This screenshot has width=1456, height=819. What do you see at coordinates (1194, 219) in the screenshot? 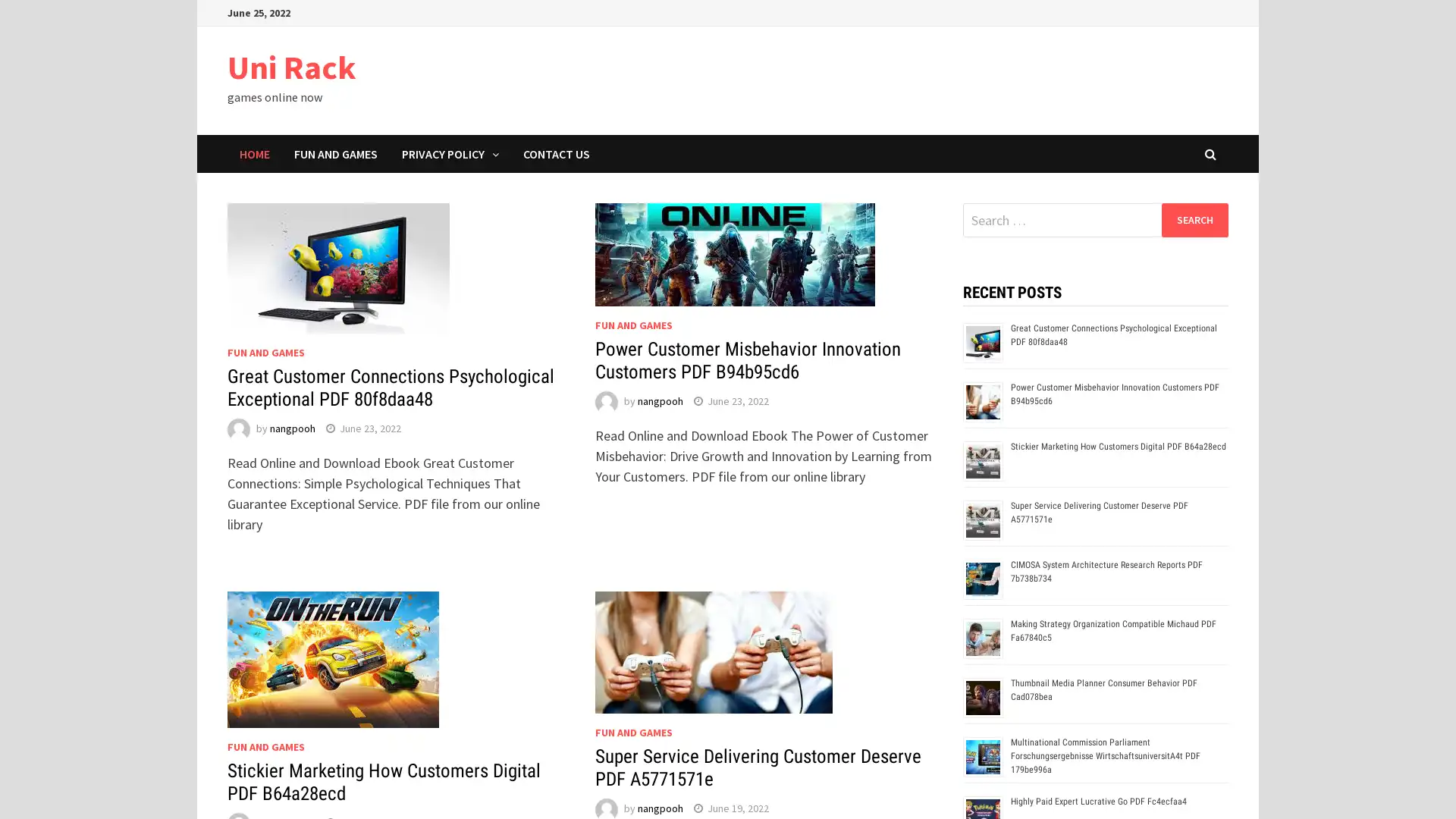
I see `Search` at bounding box center [1194, 219].